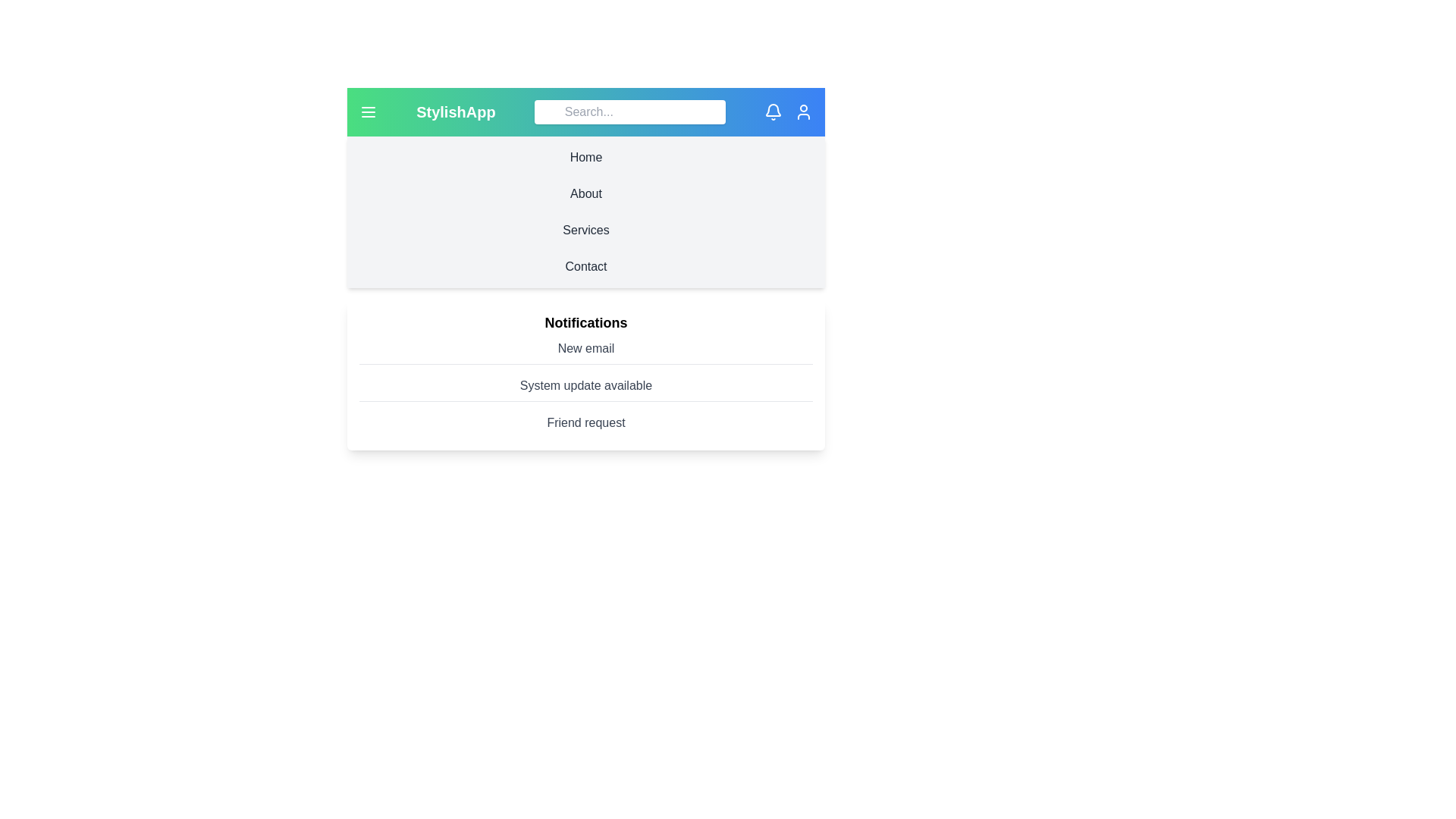 This screenshot has height=819, width=1456. What do you see at coordinates (585, 193) in the screenshot?
I see `the navigation section About` at bounding box center [585, 193].